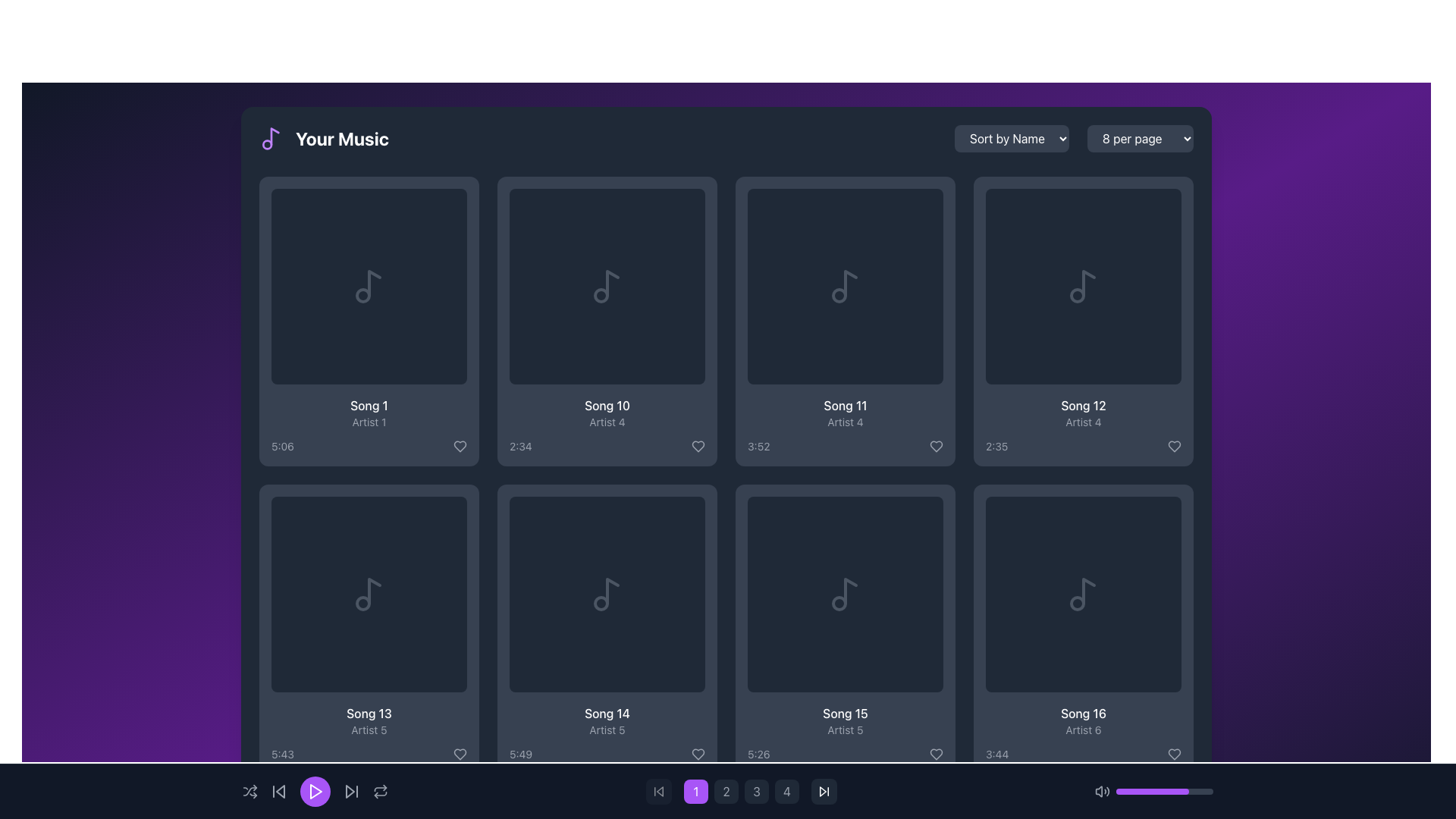 The width and height of the screenshot is (1456, 819). Describe the element at coordinates (607, 593) in the screenshot. I see `the play button icon for 'Song 14' by 'Artist 5'` at that location.